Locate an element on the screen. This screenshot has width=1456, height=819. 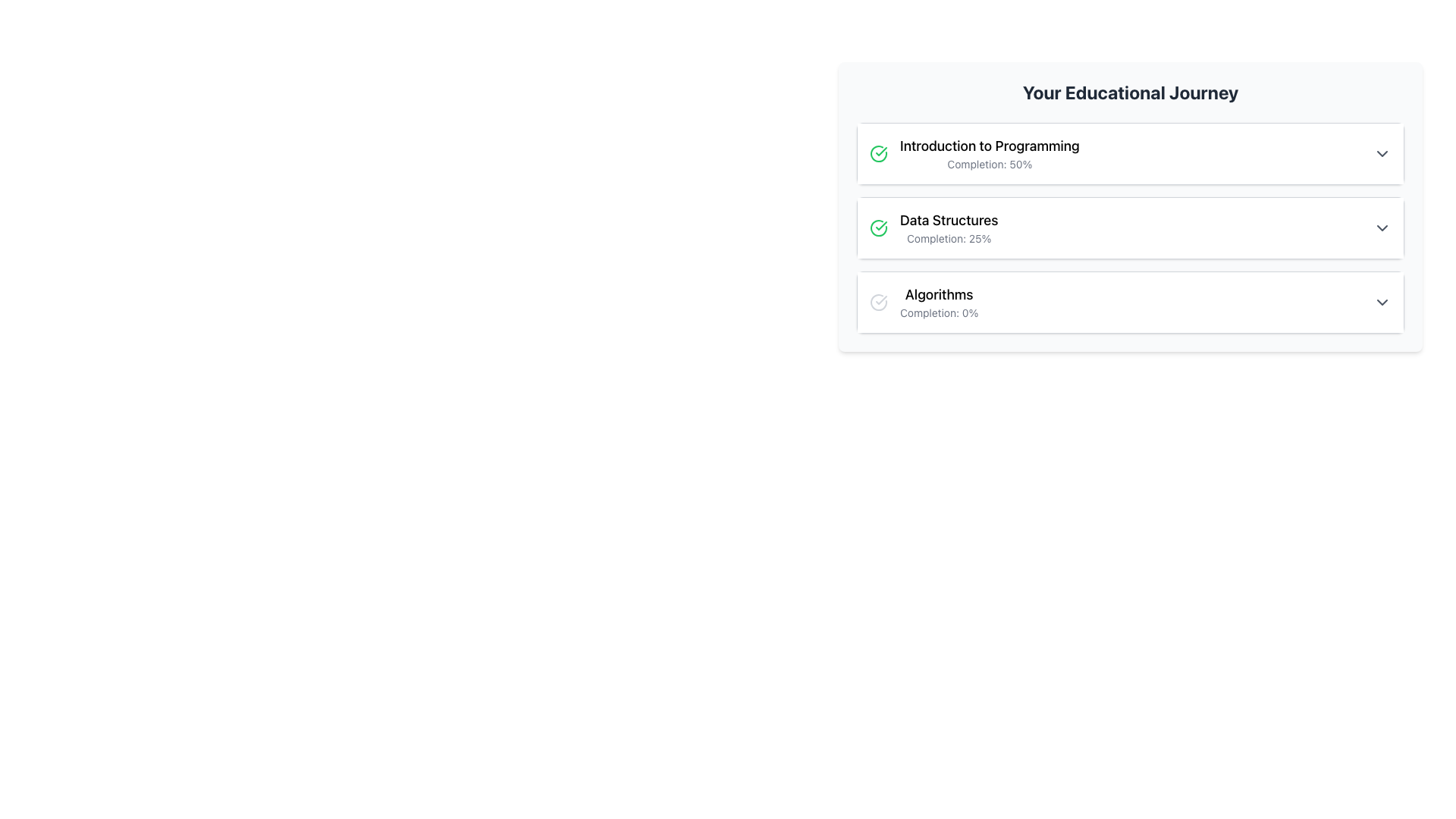
the checkmark icon indicating the completion status of the 'Introduction to Programming' course located in the 'Your Educational Journey' panel is located at coordinates (881, 225).